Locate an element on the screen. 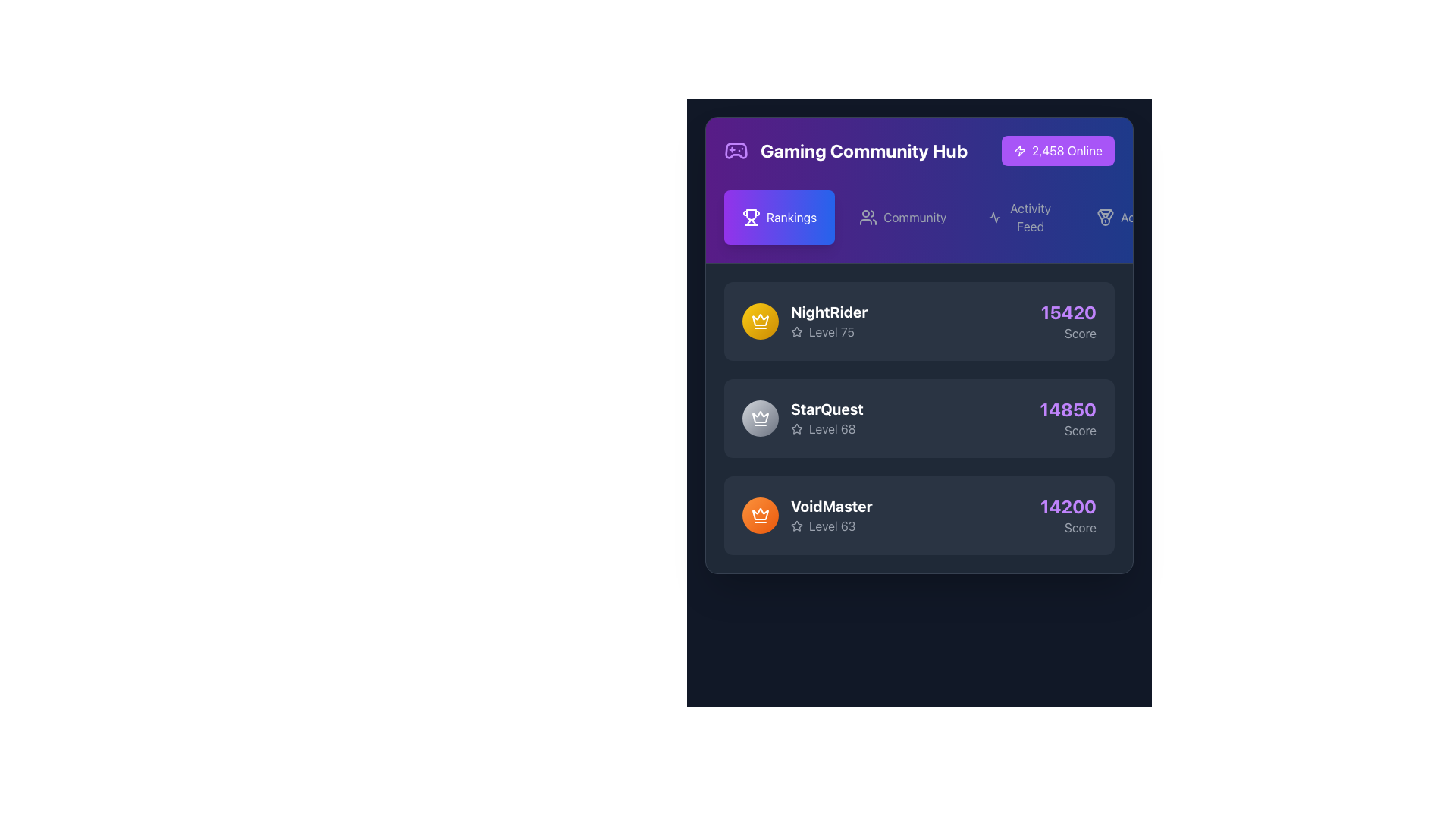  the second leaderboard entry displaying 'StarQuest' with the score '14850' is located at coordinates (918, 418).